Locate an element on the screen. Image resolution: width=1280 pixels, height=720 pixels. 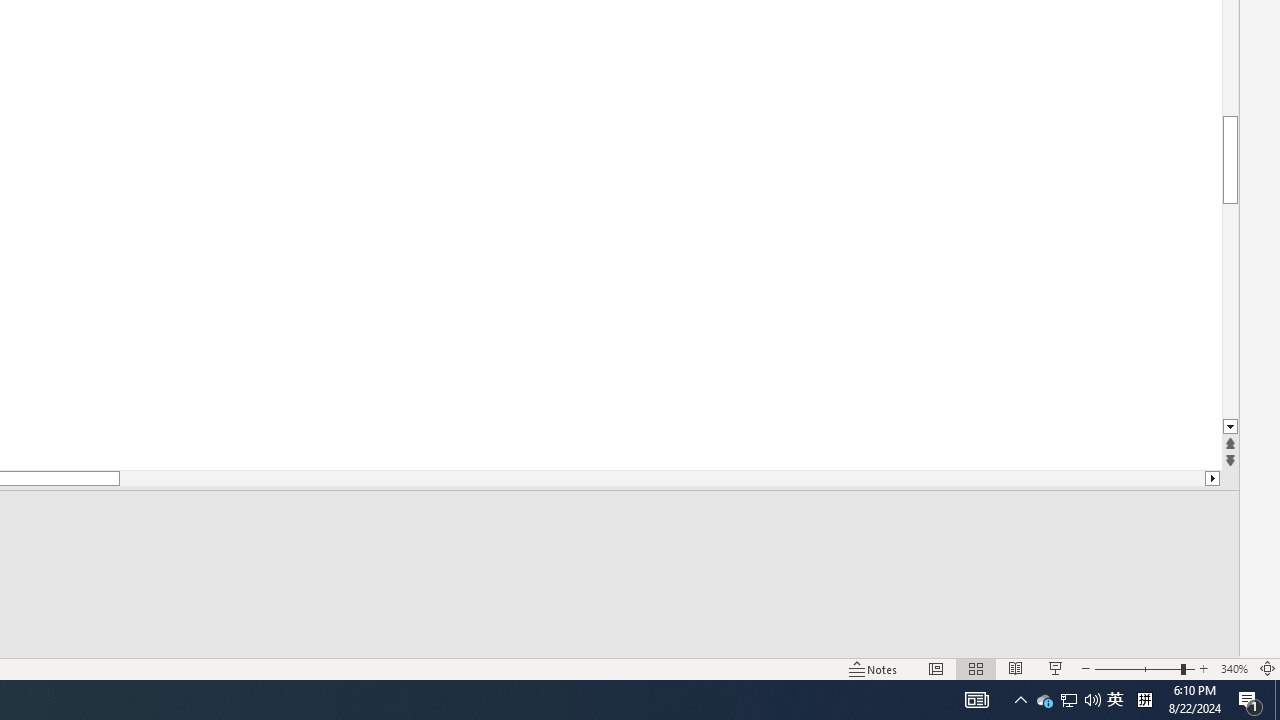
'Zoom to Fit ' is located at coordinates (1266, 669).